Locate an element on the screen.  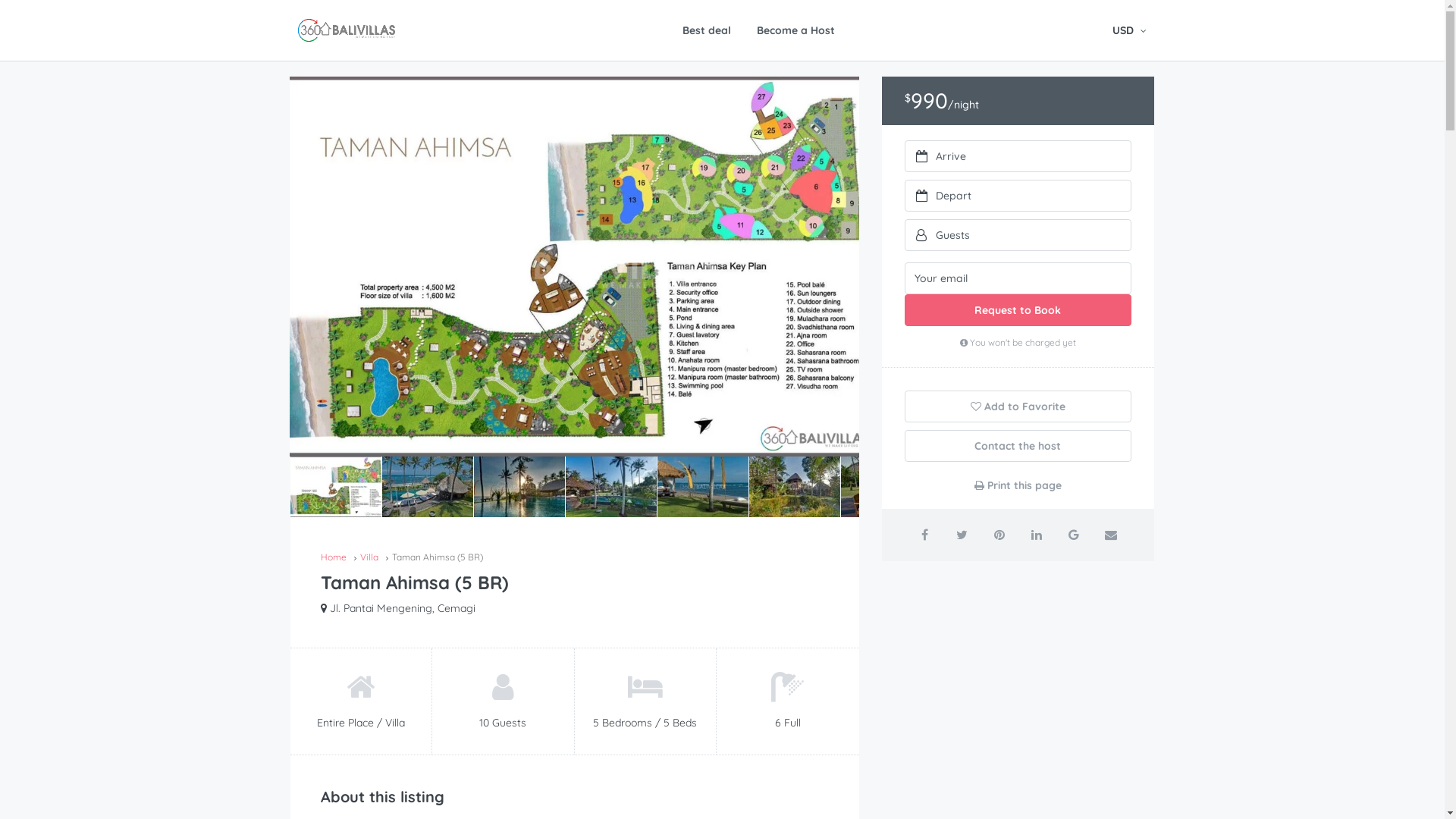
'Become a Host' is located at coordinates (795, 30).